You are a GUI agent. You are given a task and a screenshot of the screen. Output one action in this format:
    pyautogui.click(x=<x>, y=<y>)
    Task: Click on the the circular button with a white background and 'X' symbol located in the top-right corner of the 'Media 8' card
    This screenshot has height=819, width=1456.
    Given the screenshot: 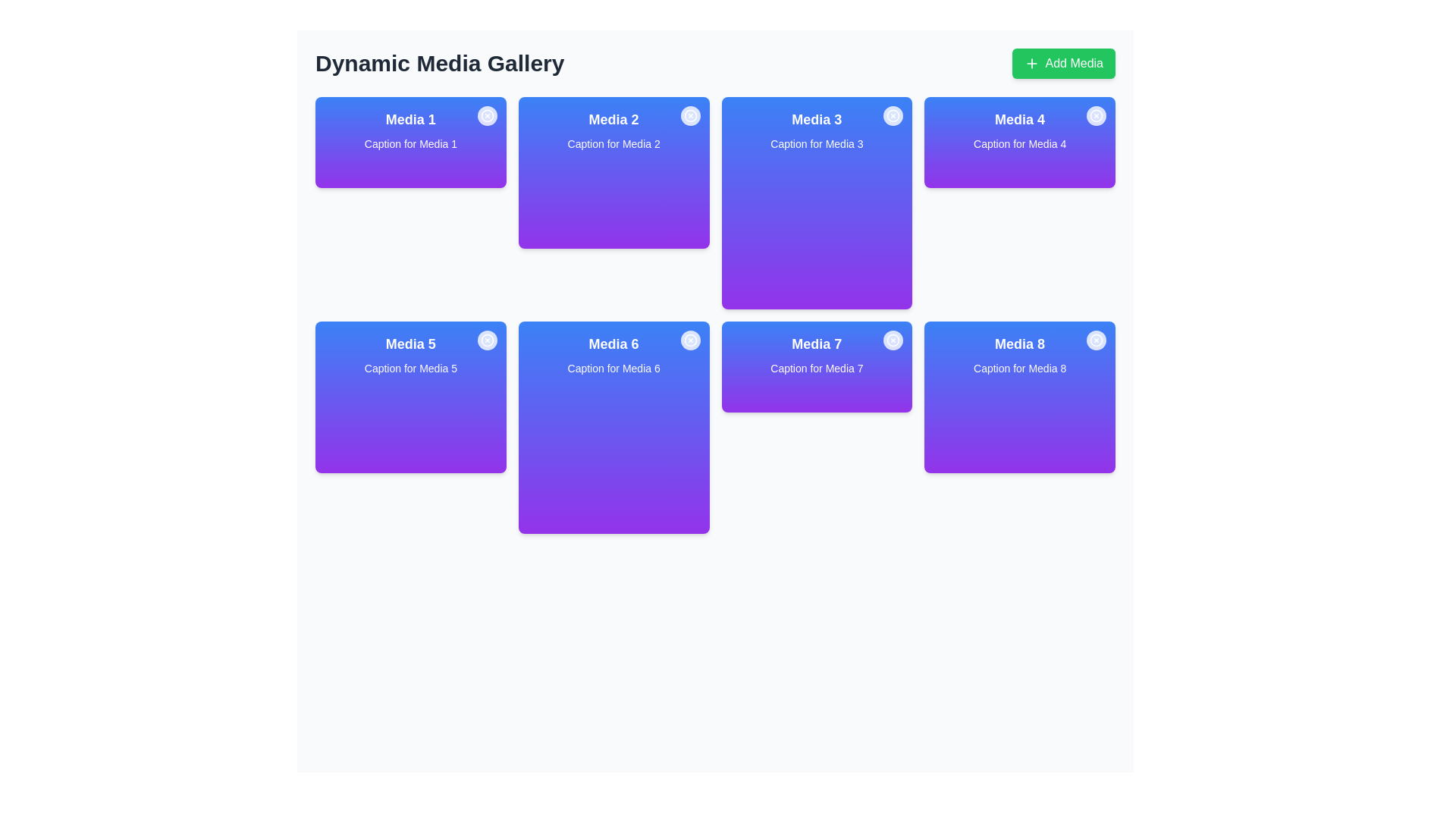 What is the action you would take?
    pyautogui.click(x=1096, y=339)
    